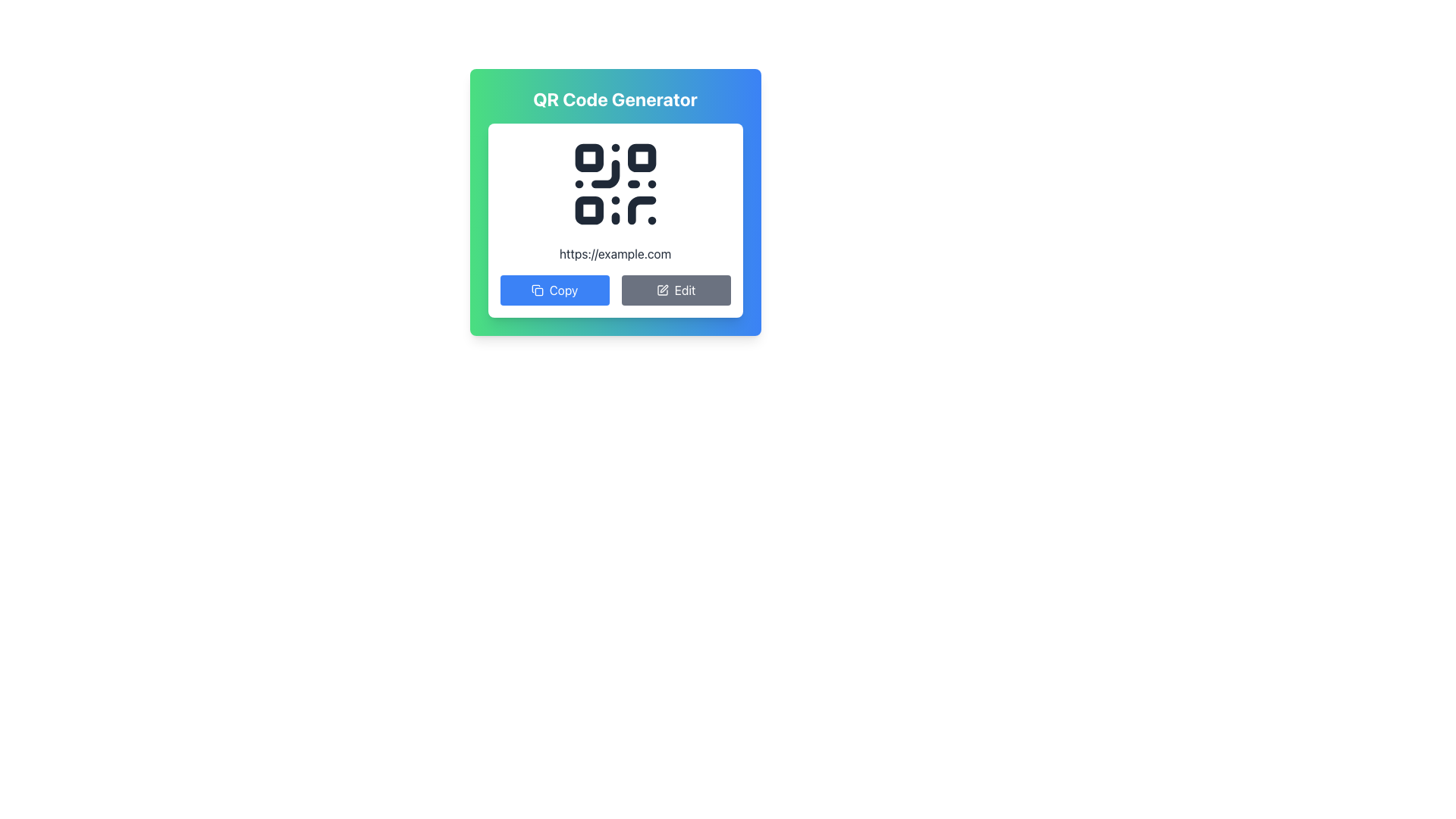 The image size is (1456, 819). I want to click on the icon representing the copy or duplicate action, which is part of an SVG element located to the left of the 'Copy' button in the QR Code Generator popup, so click(535, 289).